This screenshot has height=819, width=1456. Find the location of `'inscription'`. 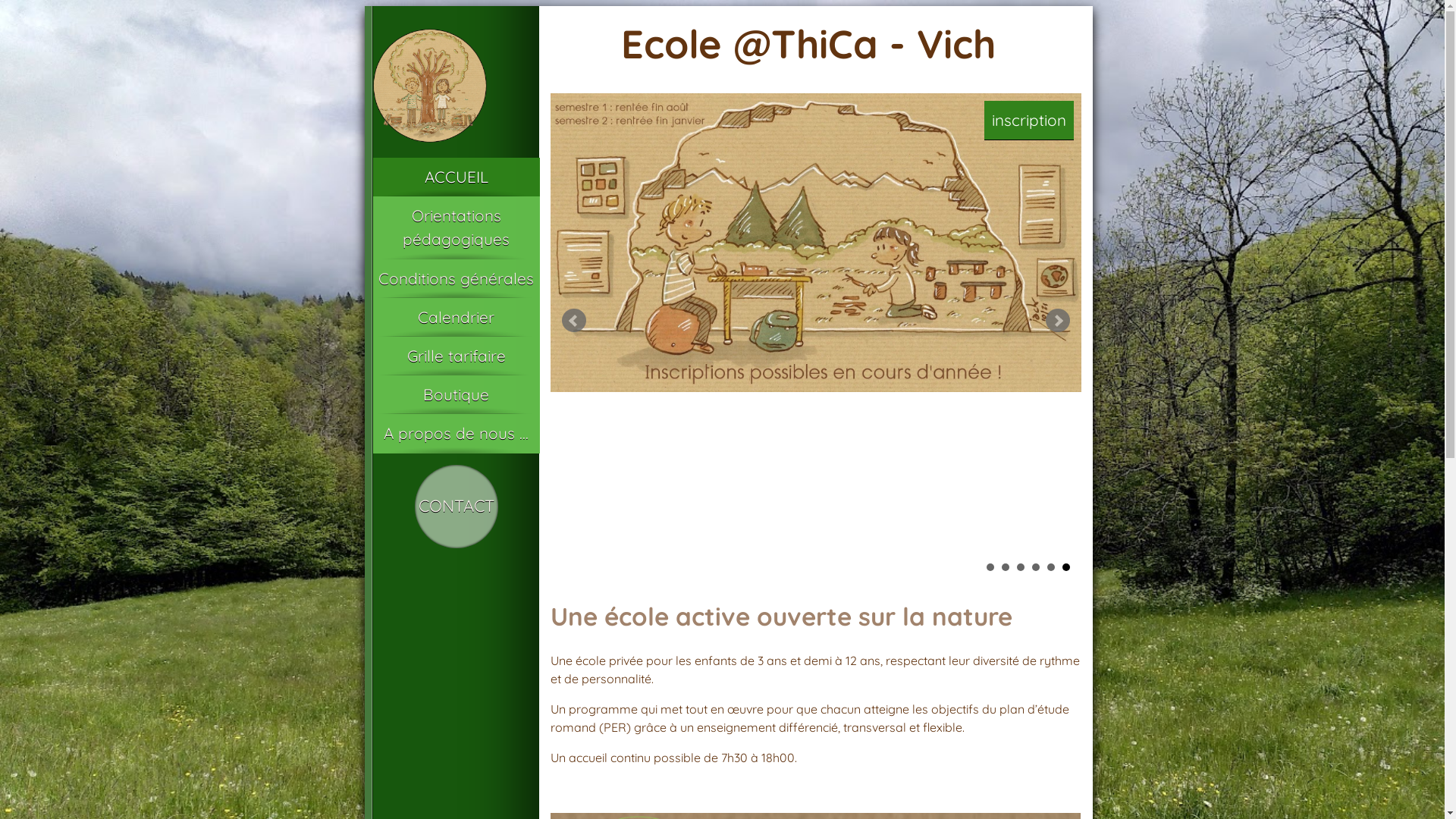

'inscription' is located at coordinates (1029, 119).